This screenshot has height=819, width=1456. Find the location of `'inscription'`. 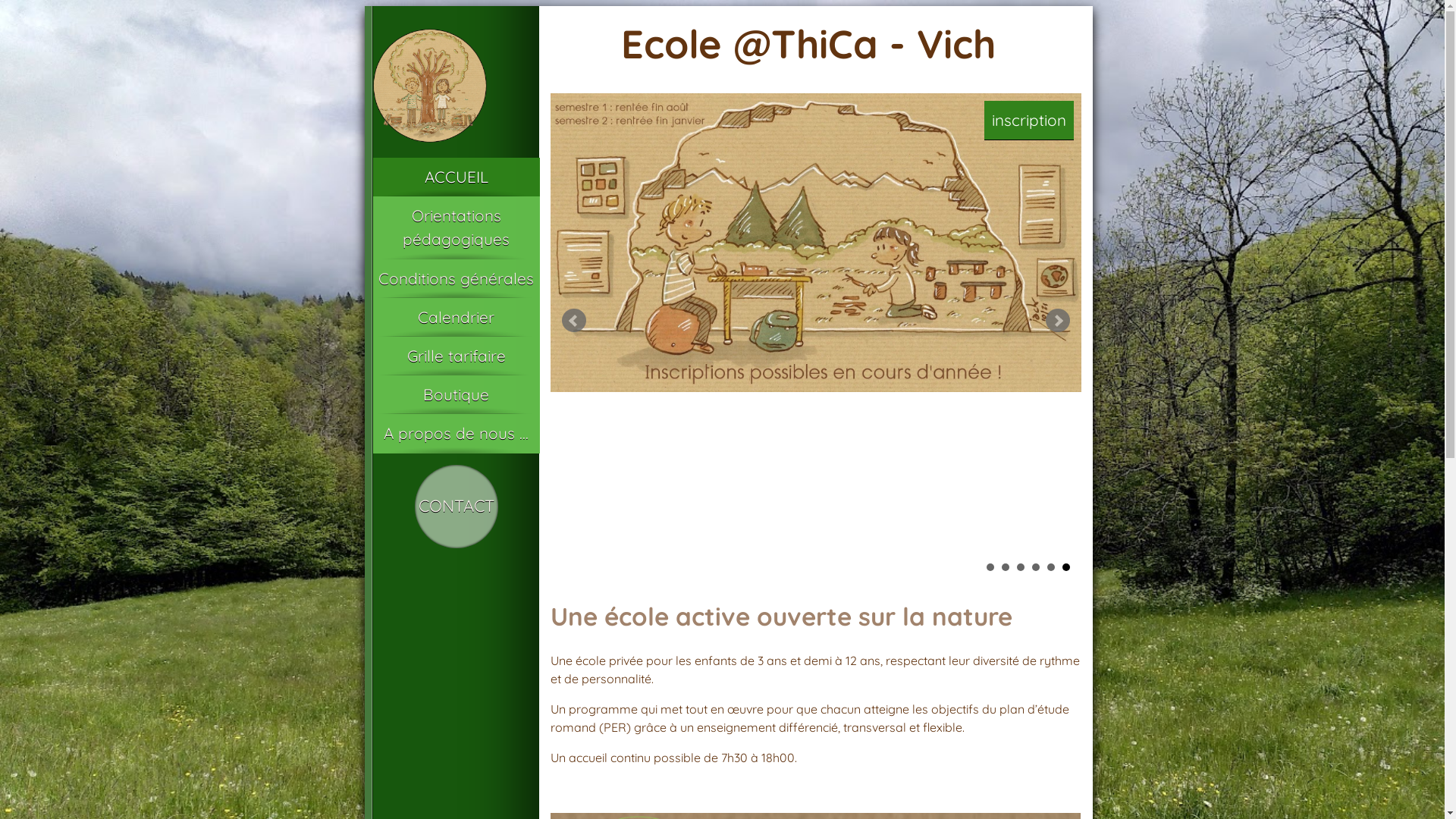

'inscription' is located at coordinates (1029, 119).